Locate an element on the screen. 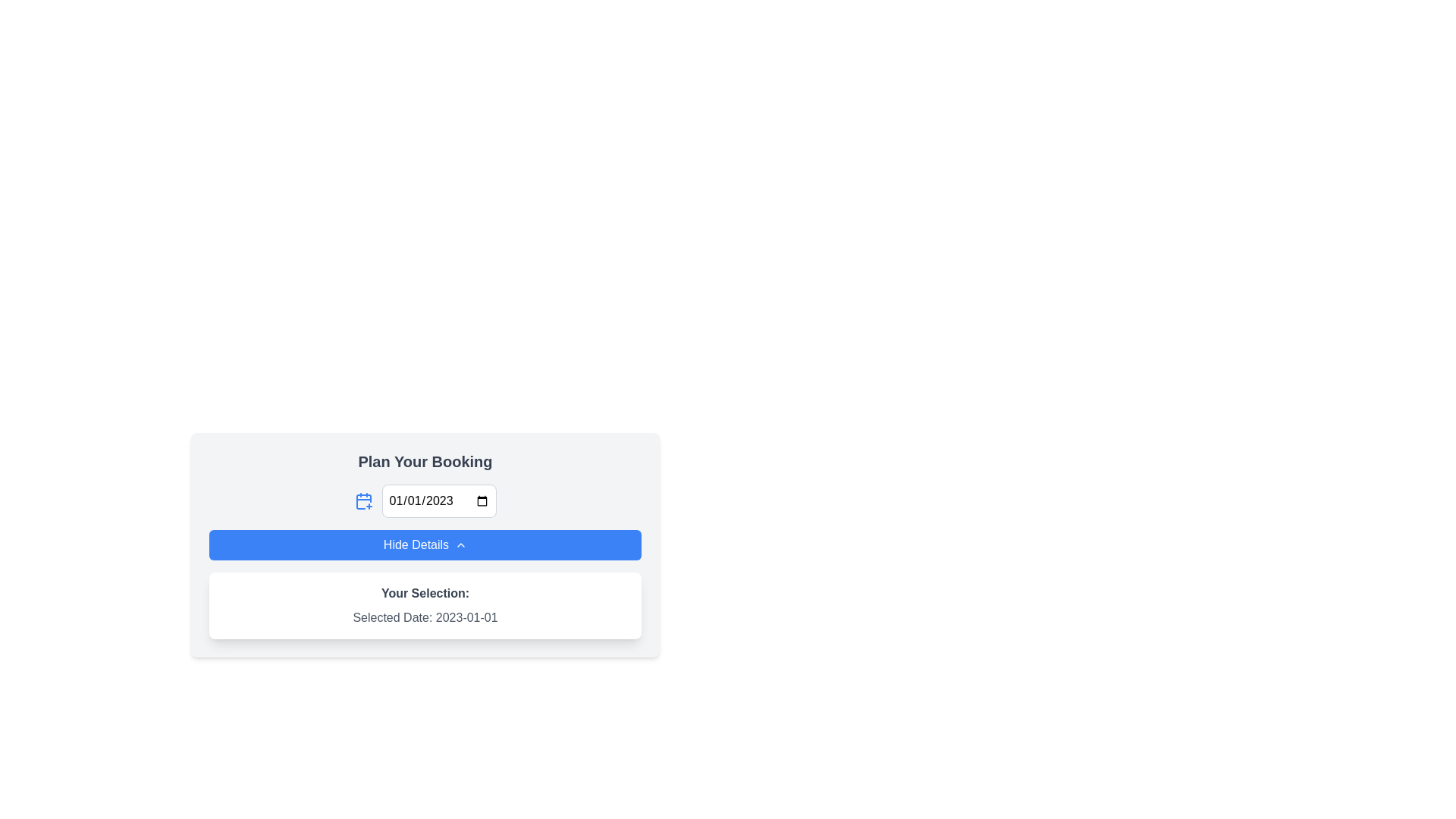  the icon located to the right of the 'Hide Details' text within the button in the lower section of the 'Plan Your Booking' interface panel is located at coordinates (460, 544).